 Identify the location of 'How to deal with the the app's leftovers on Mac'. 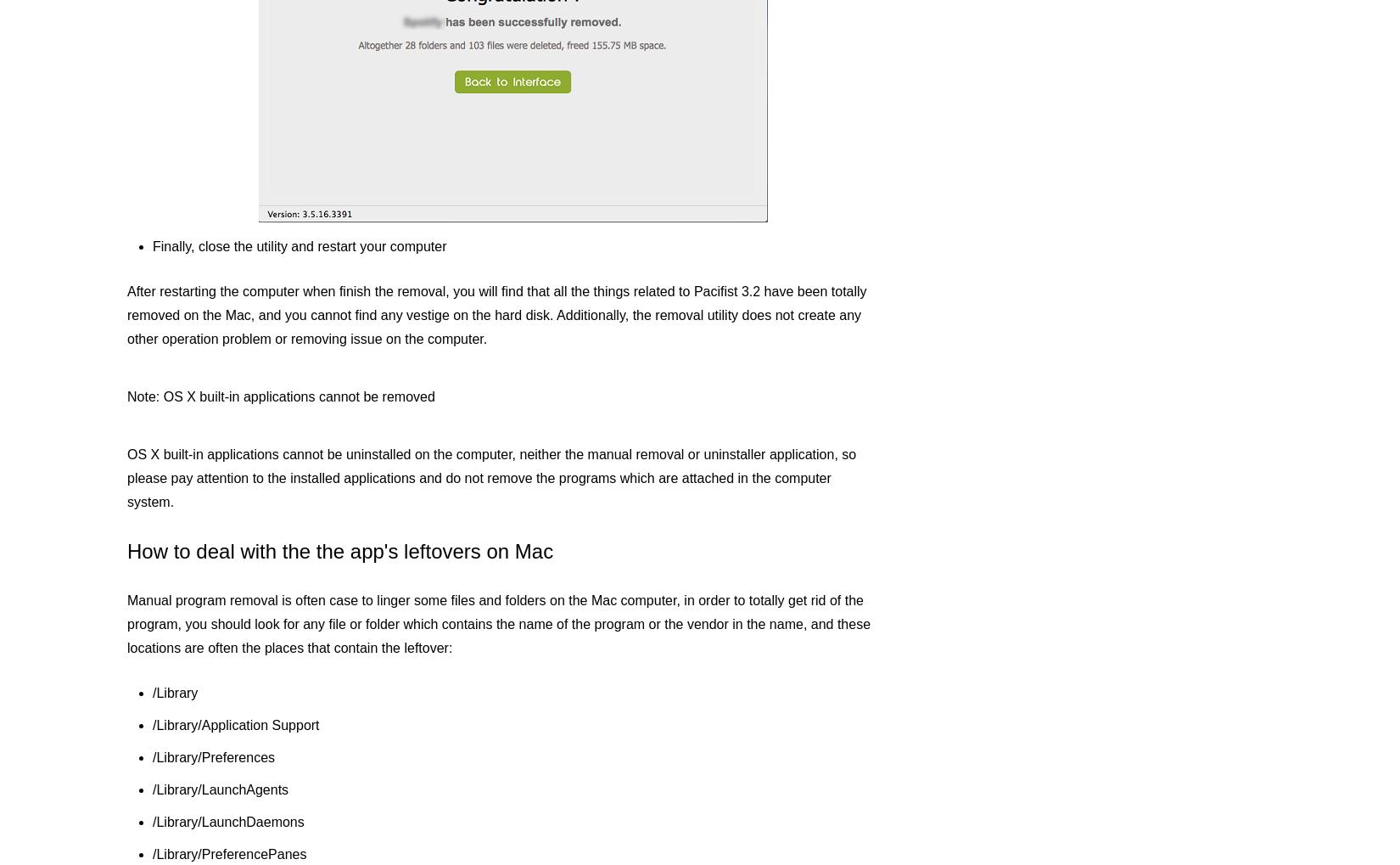
(339, 550).